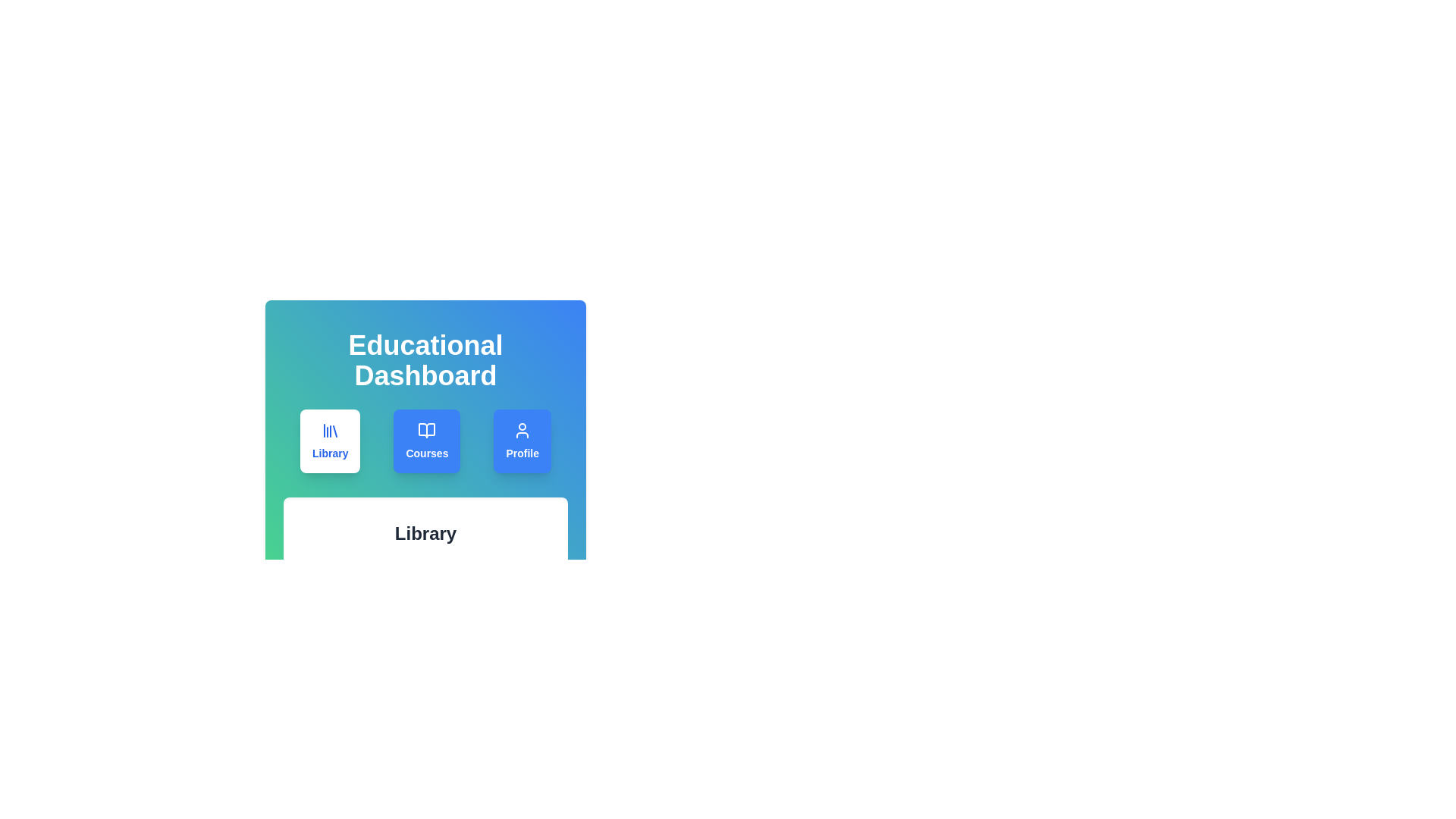  I want to click on the Courses tab by clicking on its button, so click(426, 441).